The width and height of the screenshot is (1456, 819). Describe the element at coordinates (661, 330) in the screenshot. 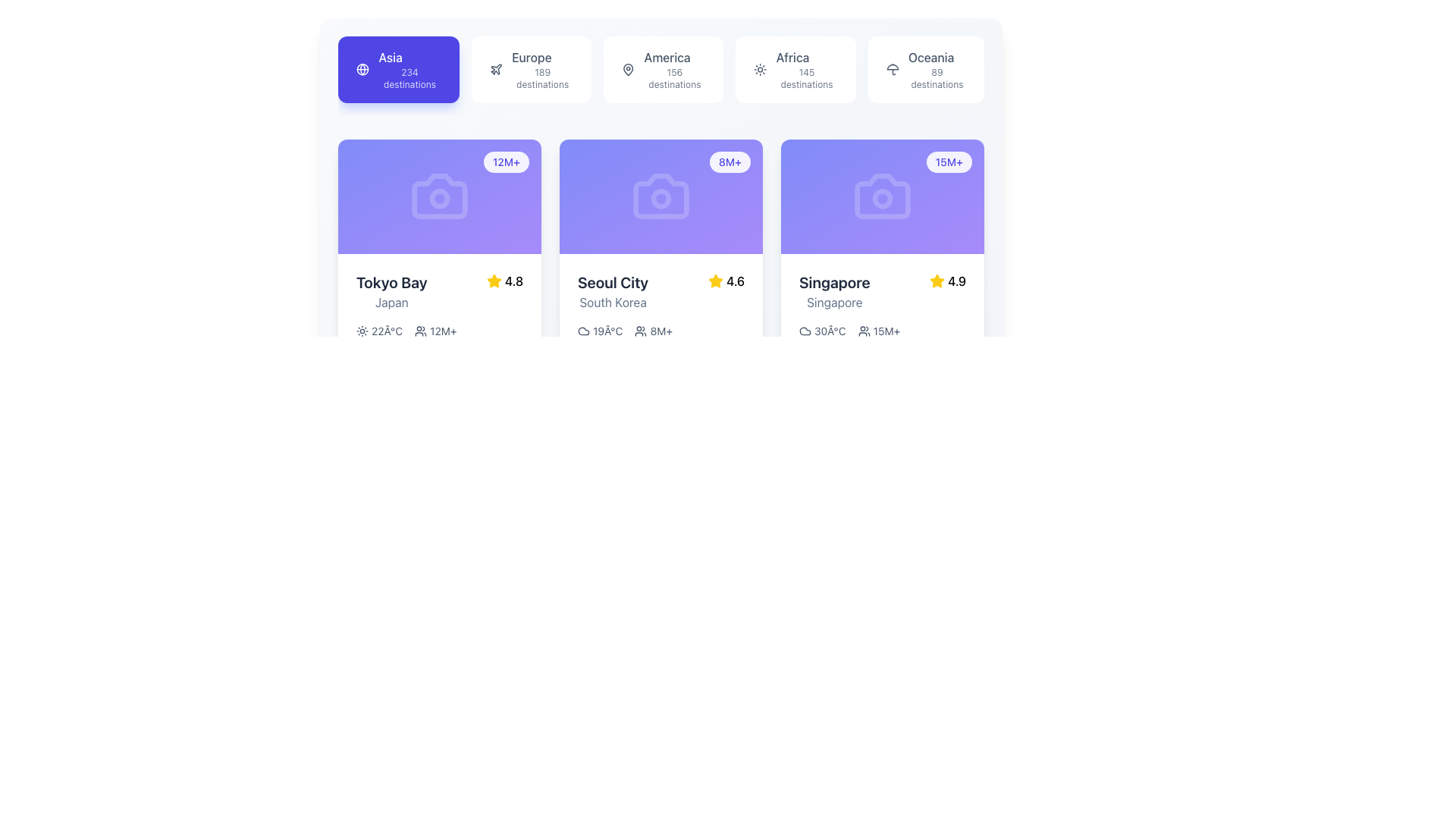

I see `the informational text label displaying the numerical figure '8M+' related to 'Seoul City', located to the right of the user silhouette icon` at that location.